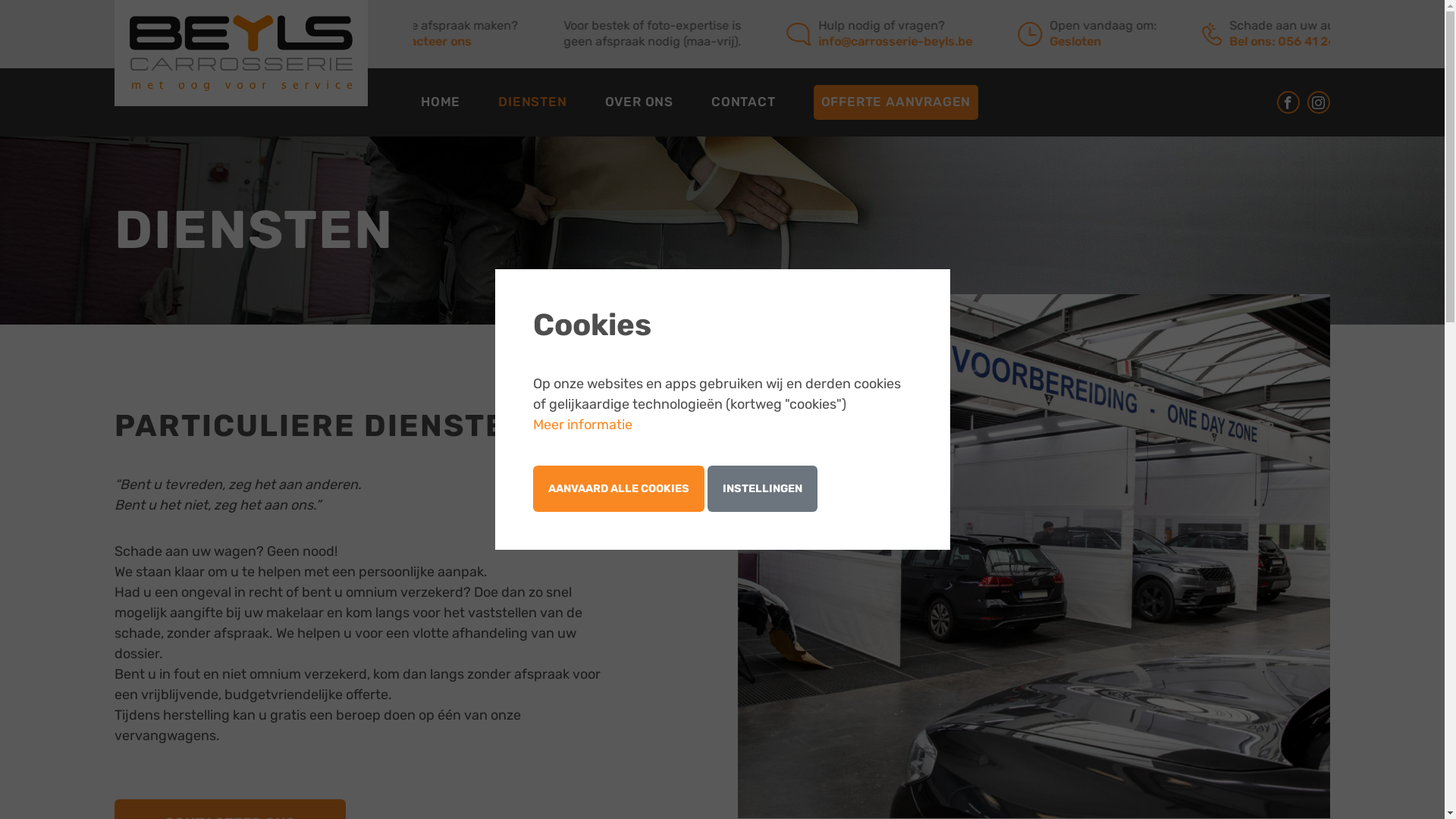 This screenshot has width=1456, height=819. I want to click on 'info@carrosserie-beyls.be', so click(922, 40).